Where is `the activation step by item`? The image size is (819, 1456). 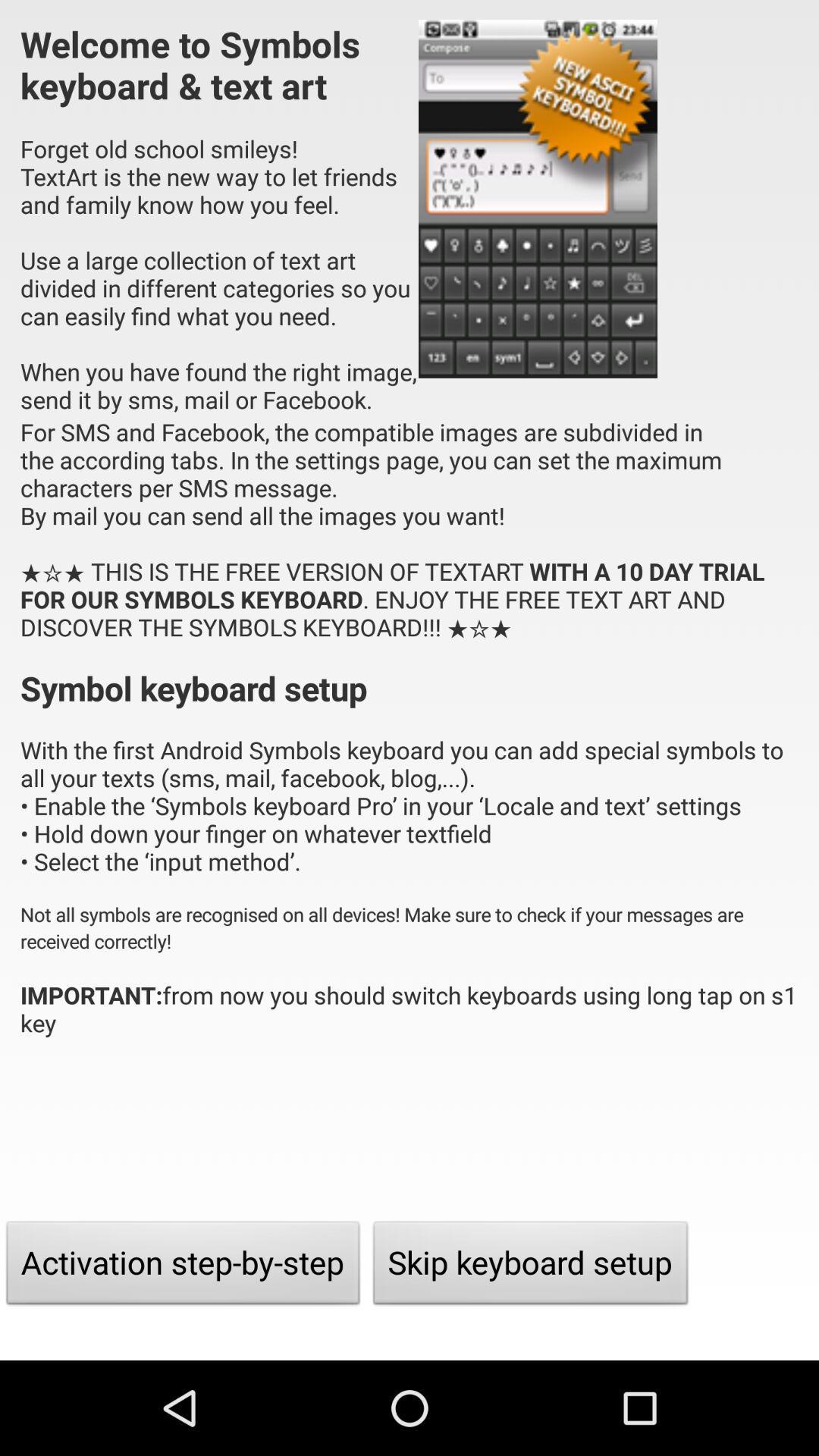 the activation step by item is located at coordinates (182, 1266).